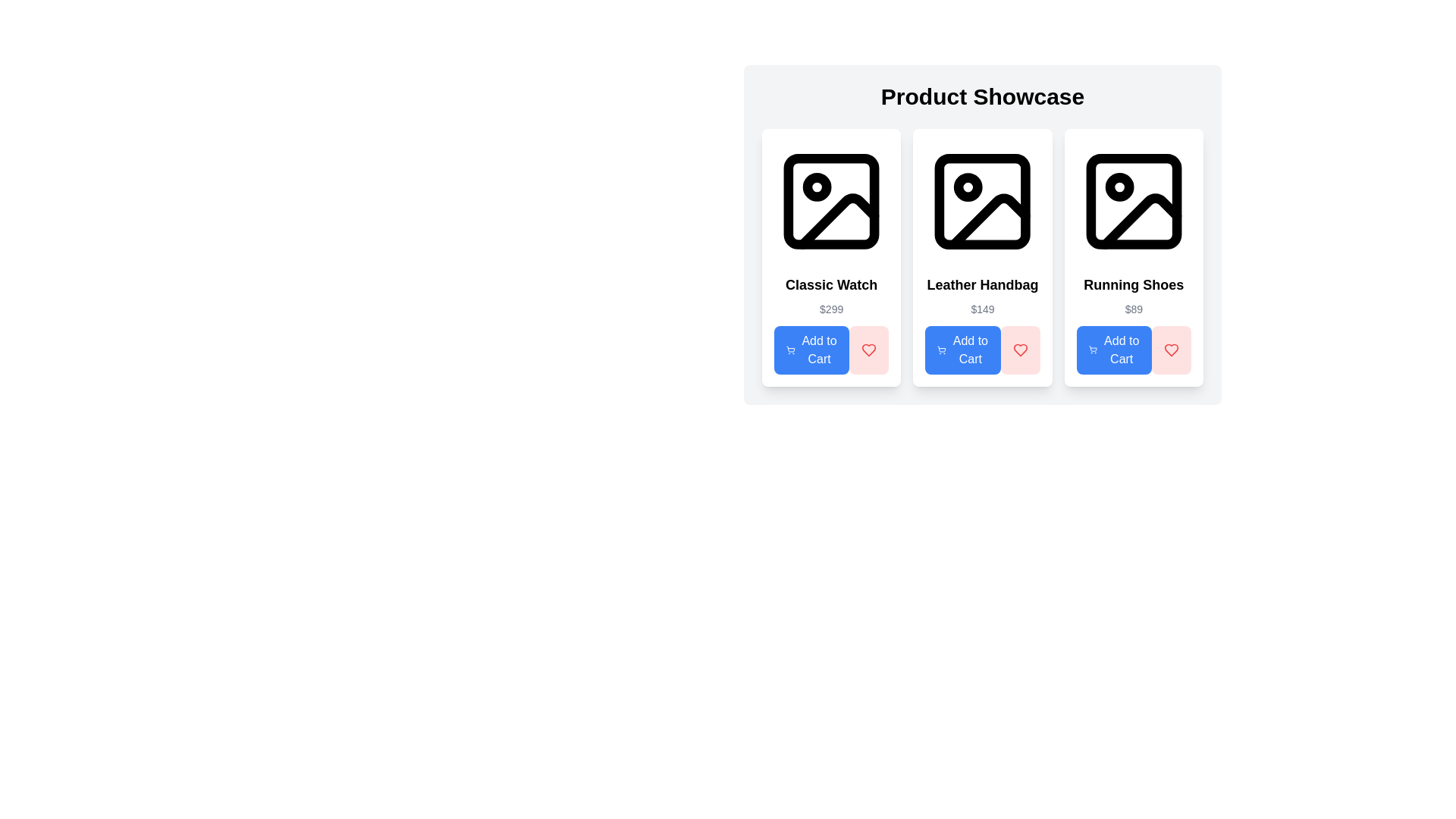  Describe the element at coordinates (962, 350) in the screenshot. I see `the button located in the middle column below the 'Leather Handbag' product image and description` at that location.